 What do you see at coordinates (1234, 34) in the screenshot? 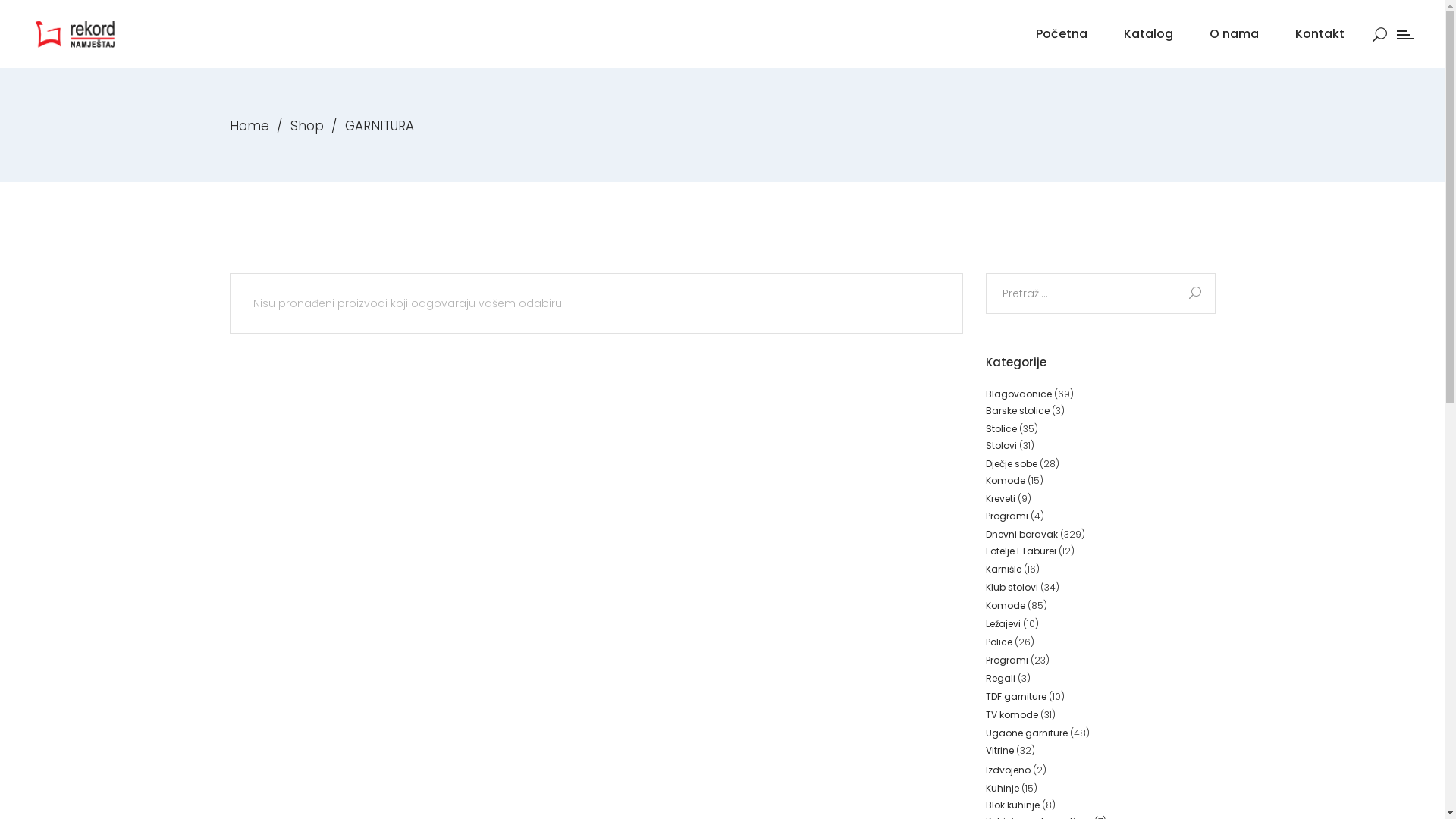
I see `'O nama'` at bounding box center [1234, 34].